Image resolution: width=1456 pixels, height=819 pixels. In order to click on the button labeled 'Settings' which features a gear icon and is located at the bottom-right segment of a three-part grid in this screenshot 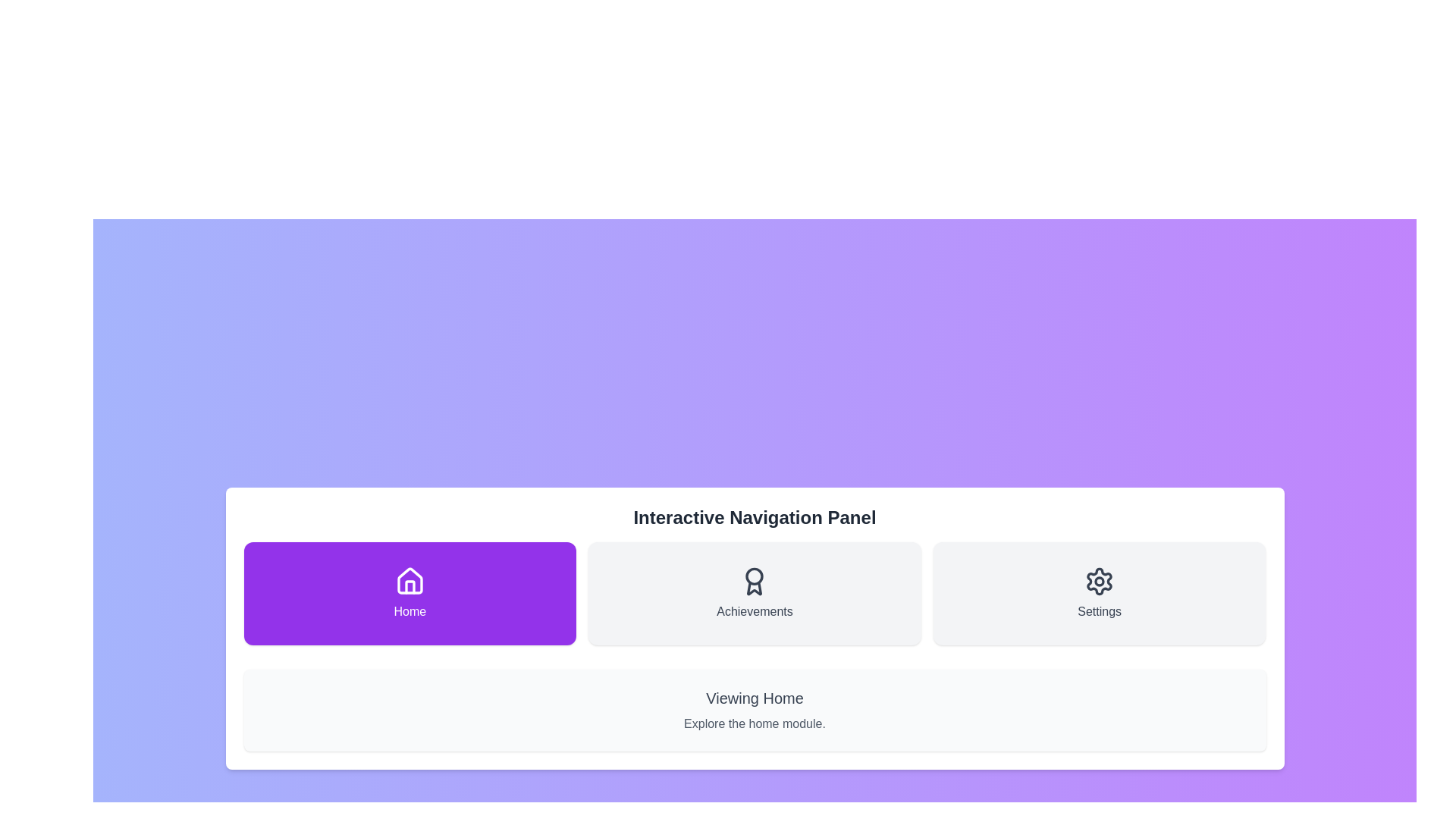, I will do `click(1100, 593)`.